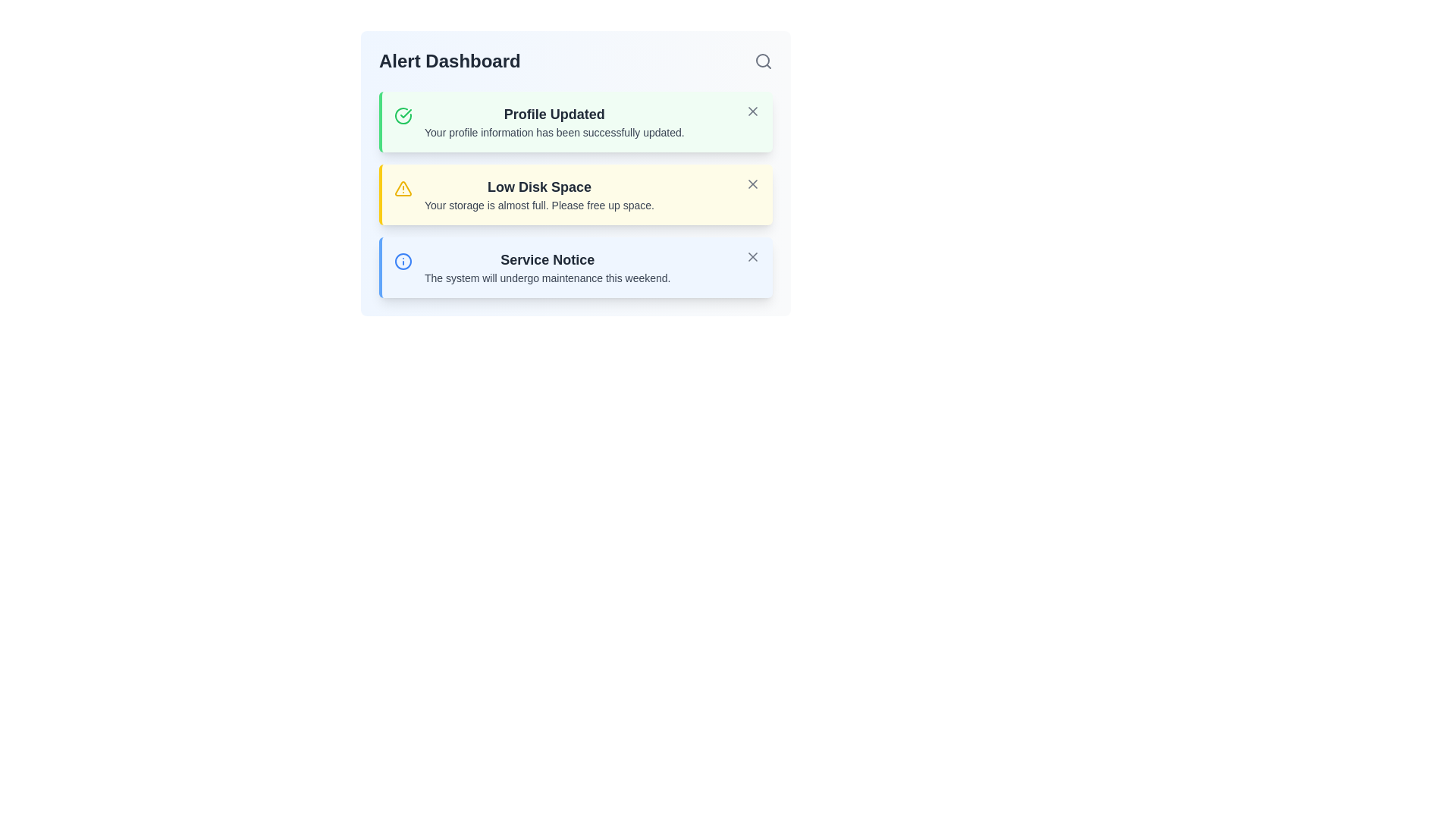  I want to click on the small close button styled as an 'X' icon located on the far-right side of the yellow alert panel titled 'Low Disk Space', so click(753, 184).